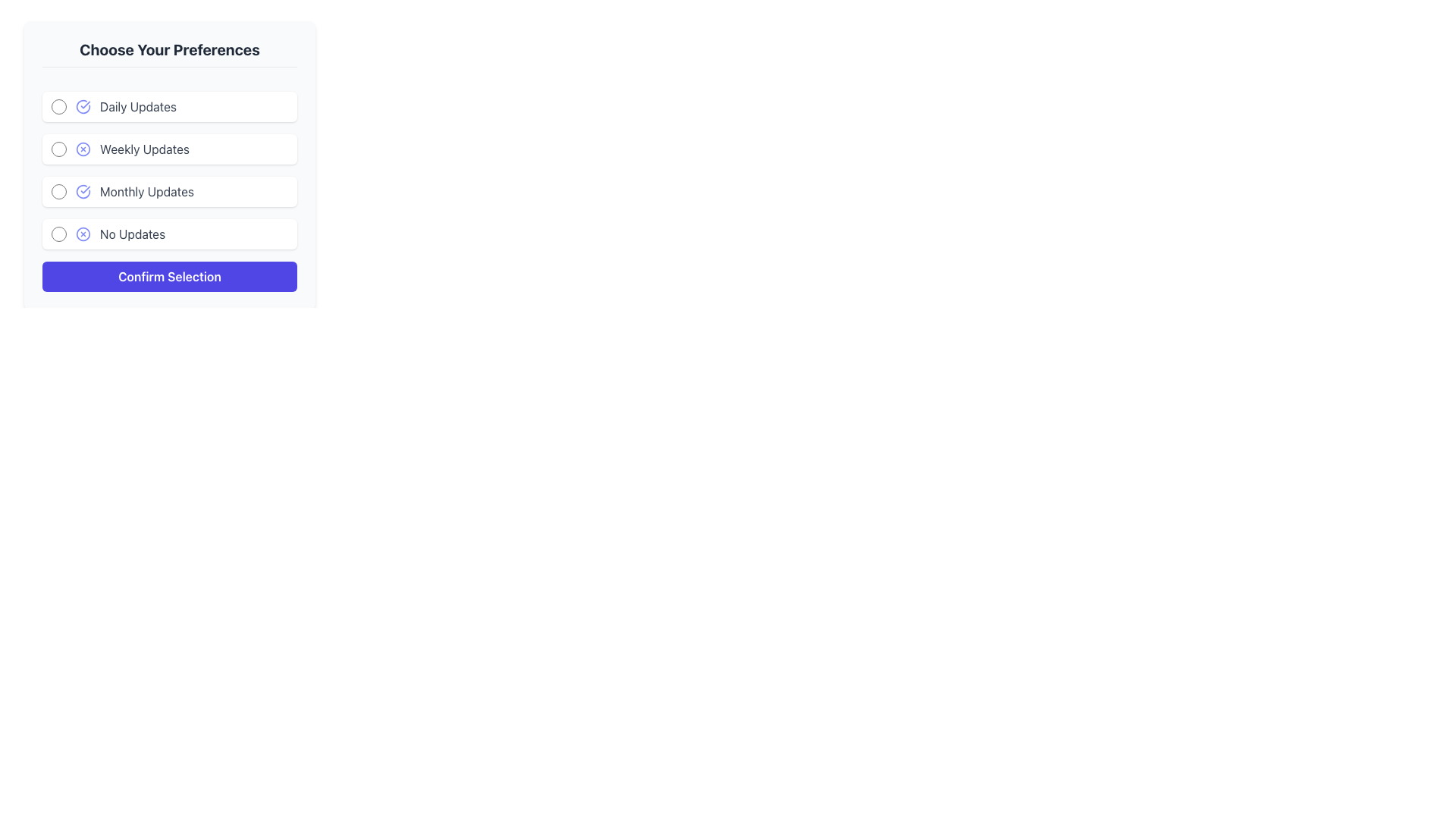  What do you see at coordinates (83, 234) in the screenshot?
I see `the circular indigo icon with a cross inside, located next to the 'No Updates' text label in the selectable options list` at bounding box center [83, 234].